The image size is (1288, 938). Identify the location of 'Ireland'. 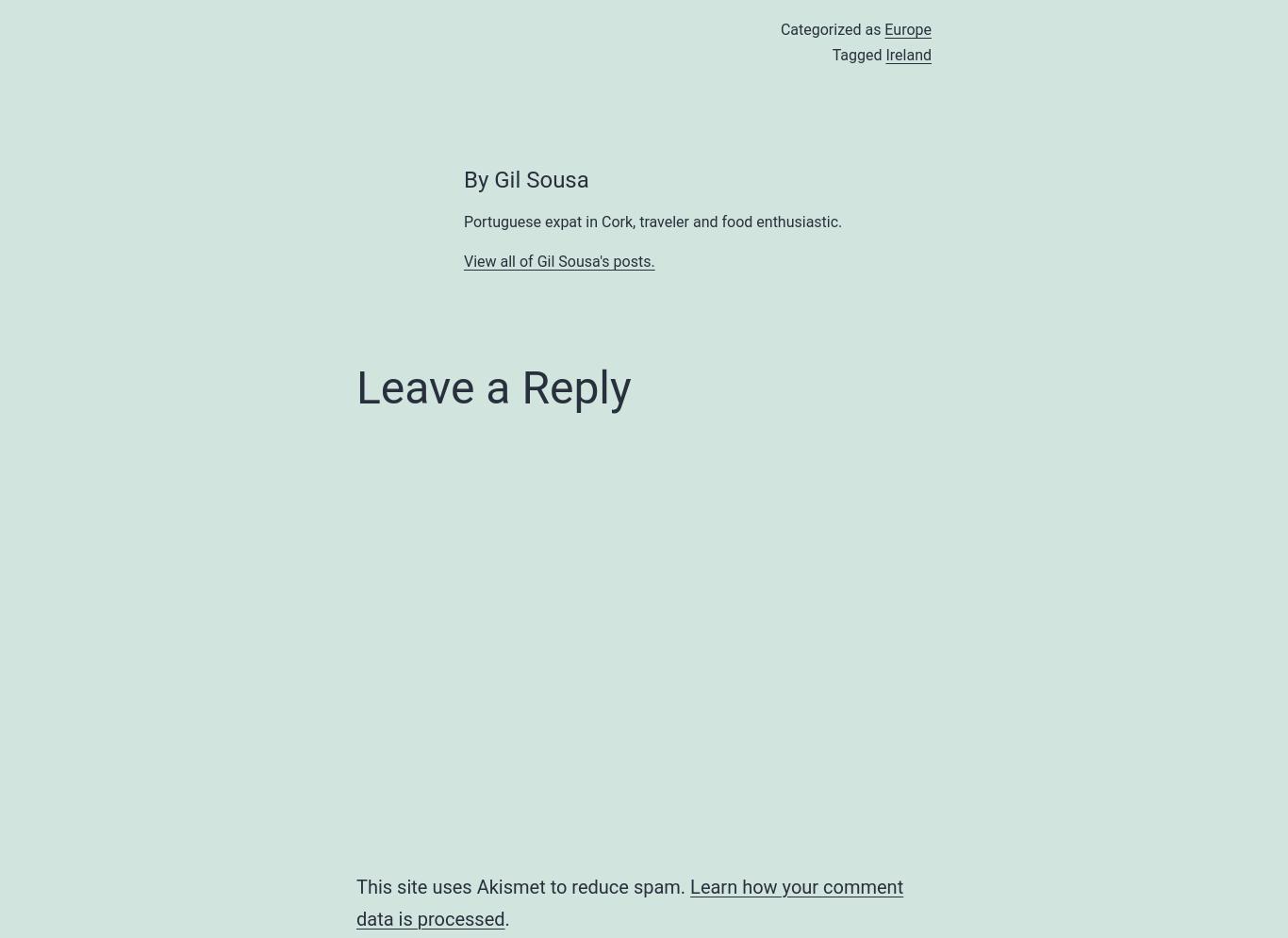
(908, 54).